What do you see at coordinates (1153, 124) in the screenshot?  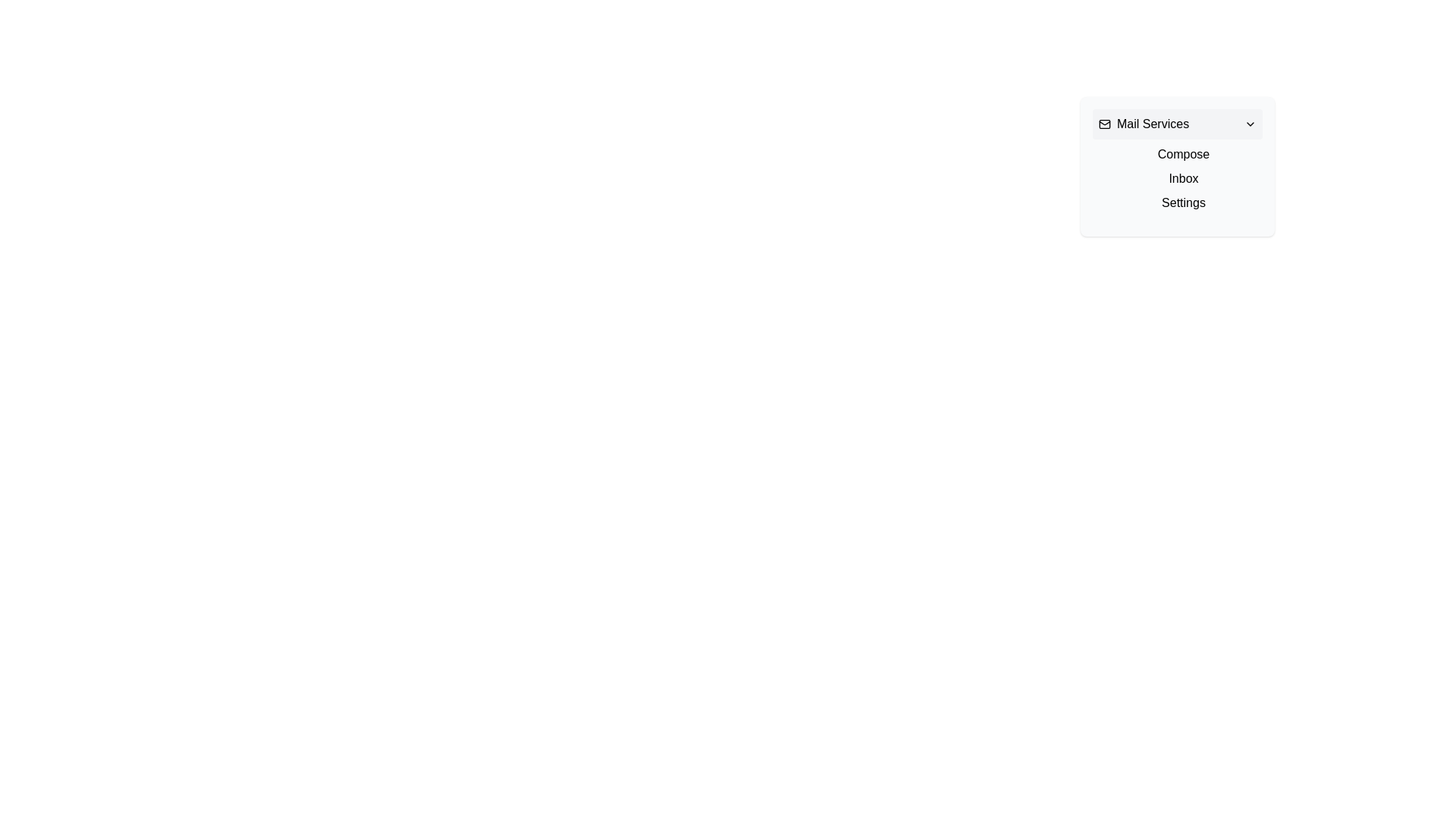 I see `the text label displaying 'Mail Services', which is styled in black font and located between an envelope icon and a dropdown indicator` at bounding box center [1153, 124].